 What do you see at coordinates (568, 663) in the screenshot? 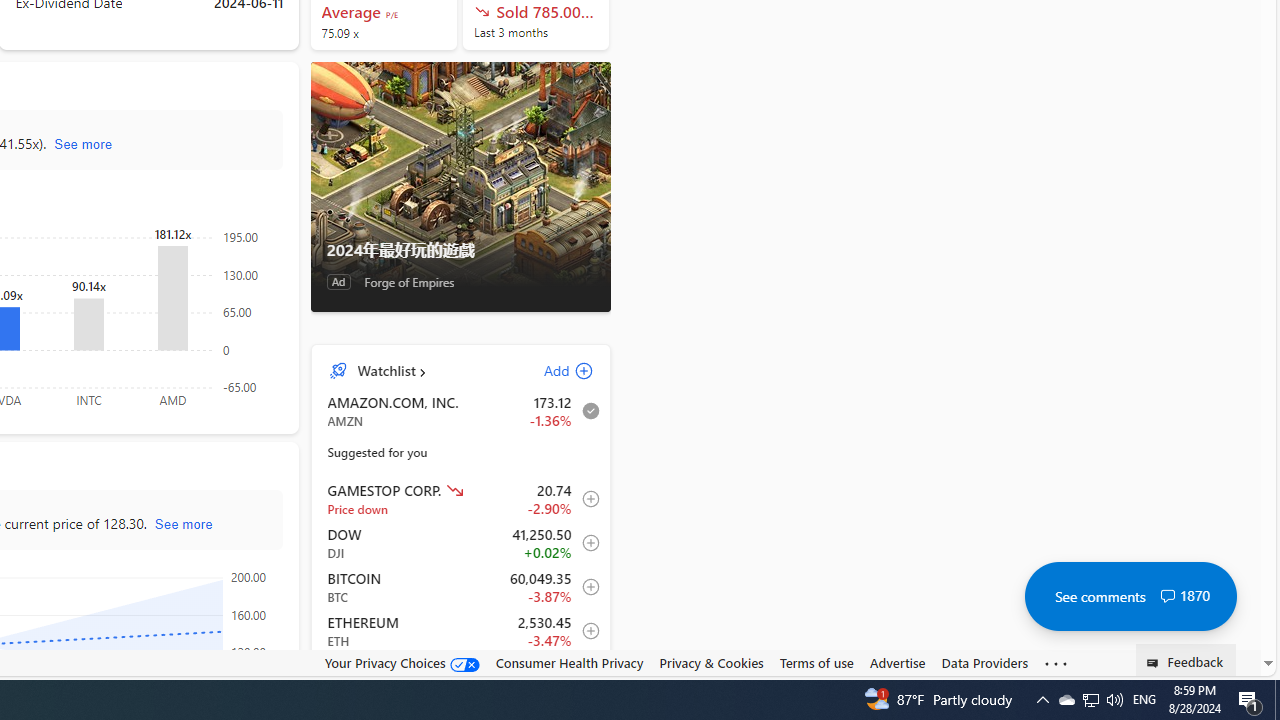
I see `'Consumer Health Privacy'` at bounding box center [568, 663].